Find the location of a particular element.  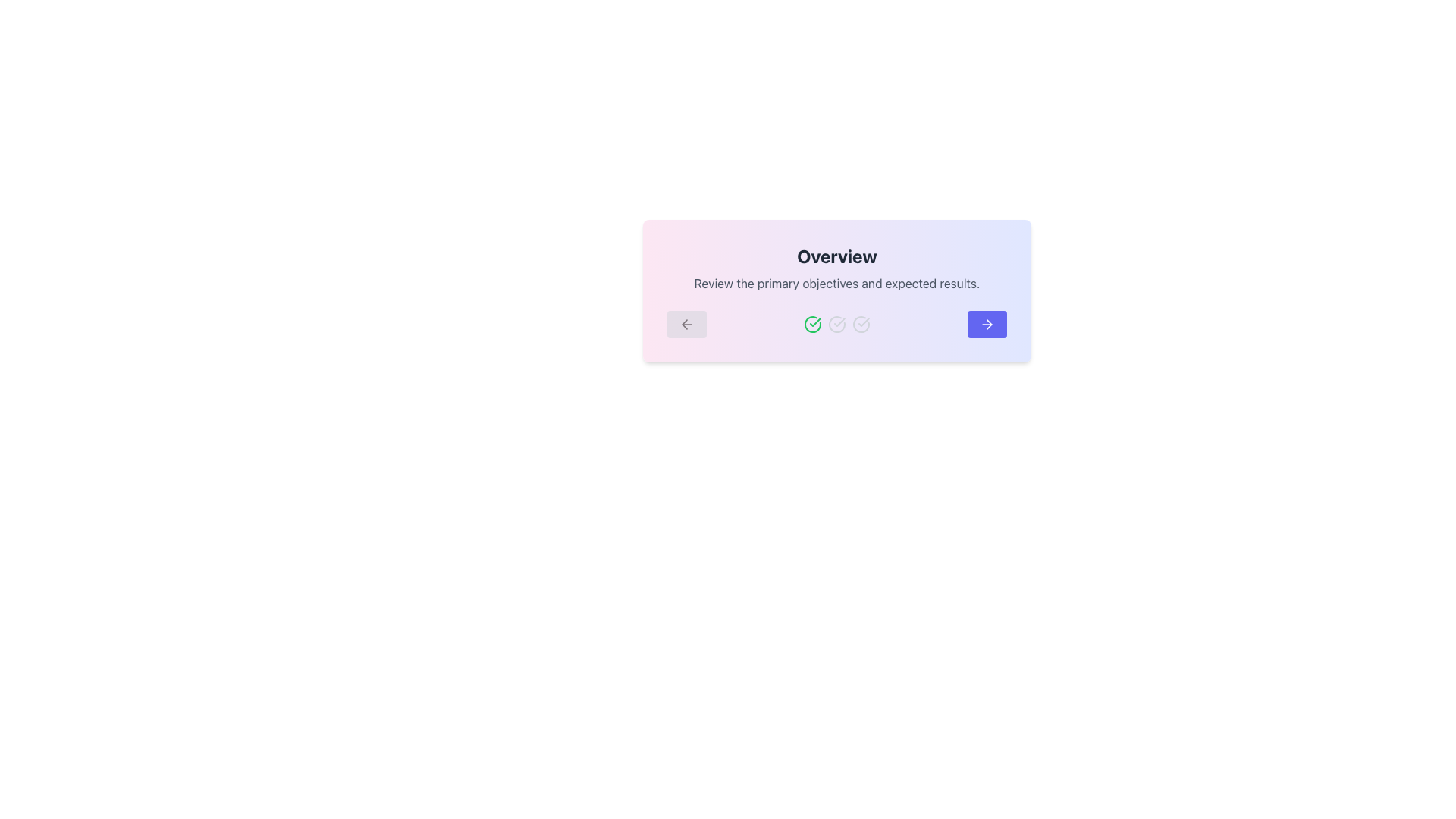

the navigation button located at the far-left side, which is disabled indicating the user is at the first step or the functionality is not accessible is located at coordinates (686, 324).